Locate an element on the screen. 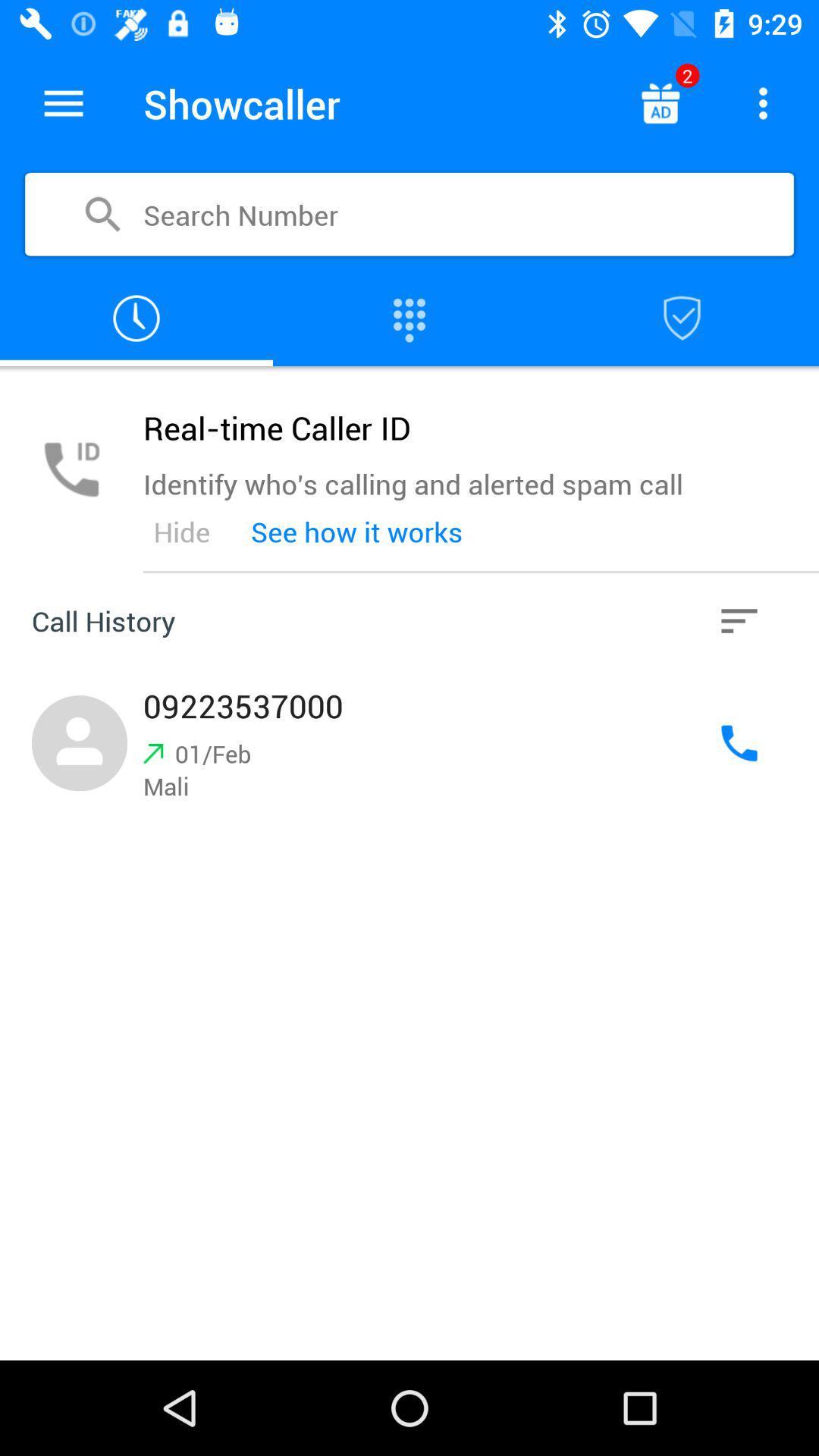 This screenshot has width=819, height=1456. the see how it item is located at coordinates (356, 532).